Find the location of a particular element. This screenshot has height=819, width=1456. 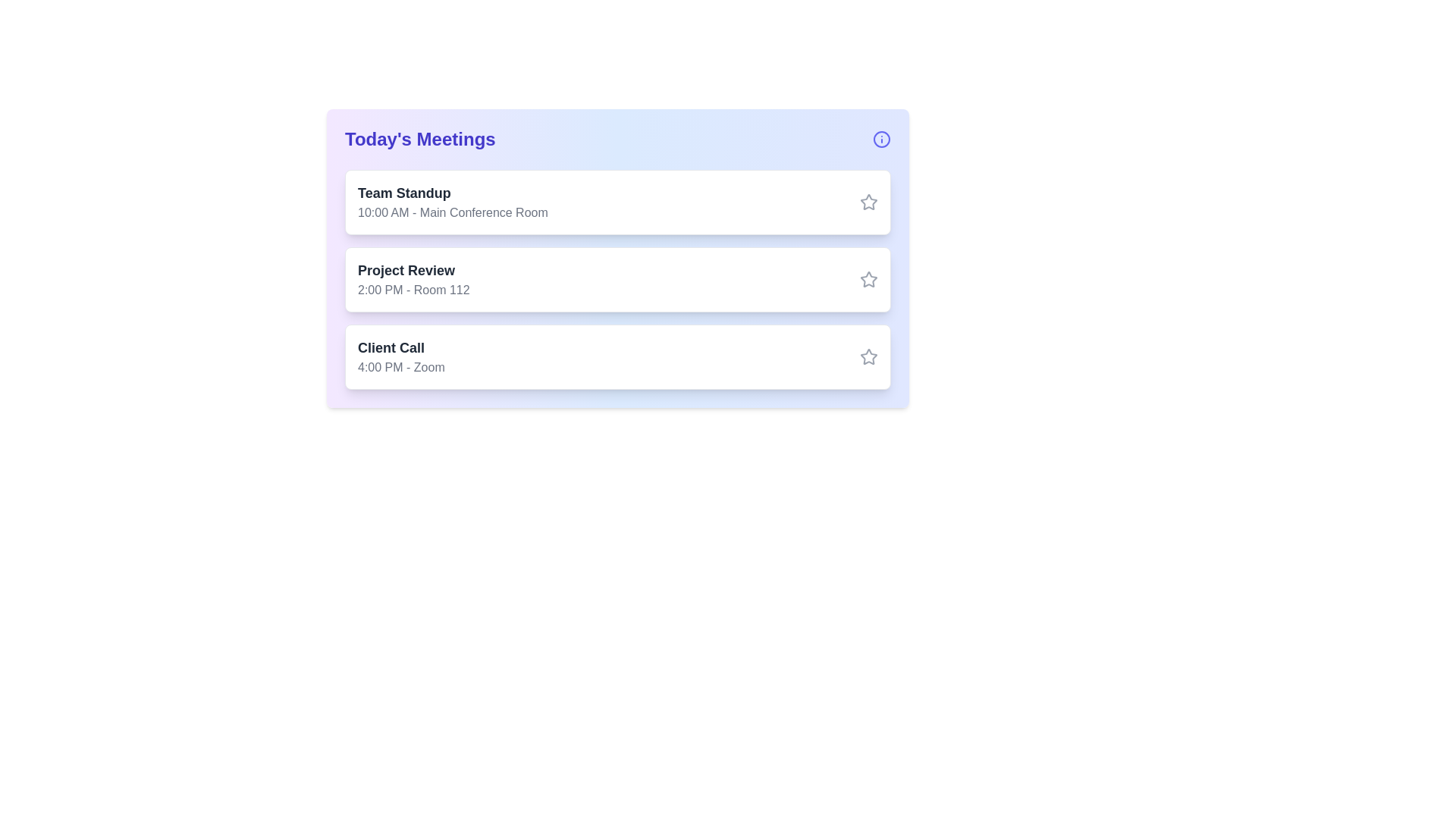

text displayed on the label that says 'Client Call' followed by '4:00 PM - Zoom', which is part of the meeting list titled 'Today's Meetings' is located at coordinates (401, 356).